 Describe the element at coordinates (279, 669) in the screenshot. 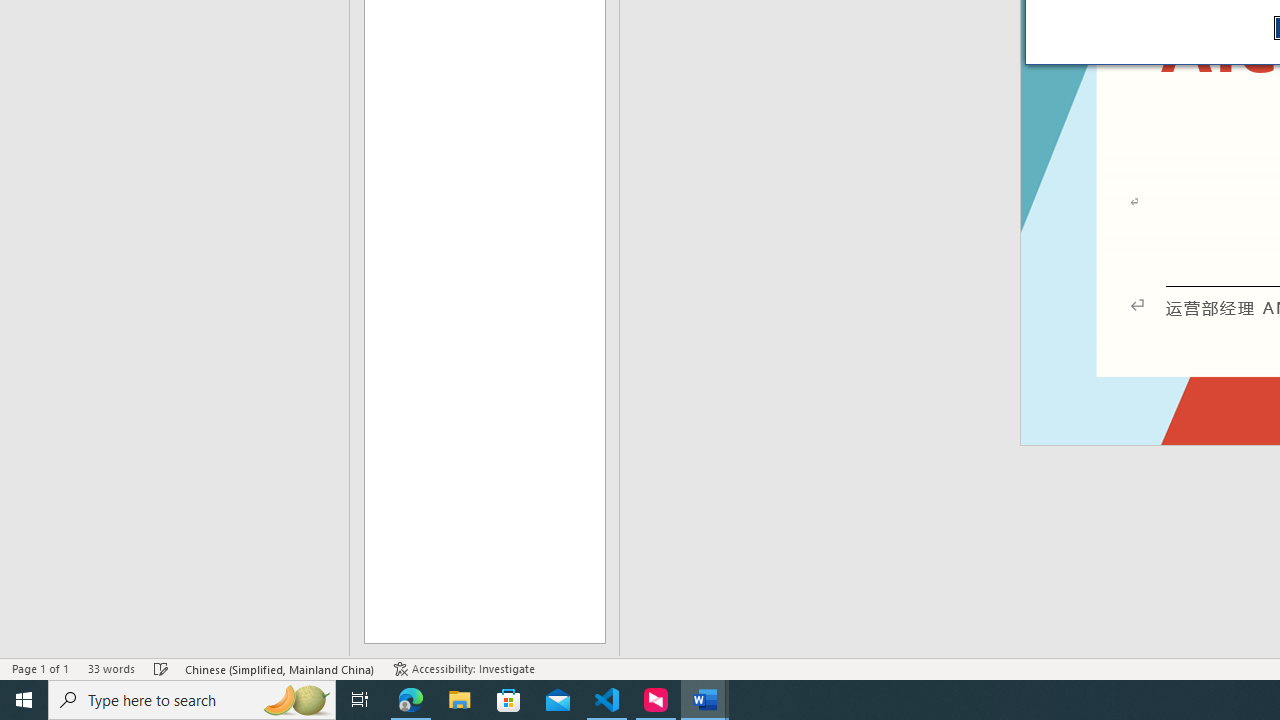

I see `'Language Chinese (Simplified, Mainland China)'` at that location.